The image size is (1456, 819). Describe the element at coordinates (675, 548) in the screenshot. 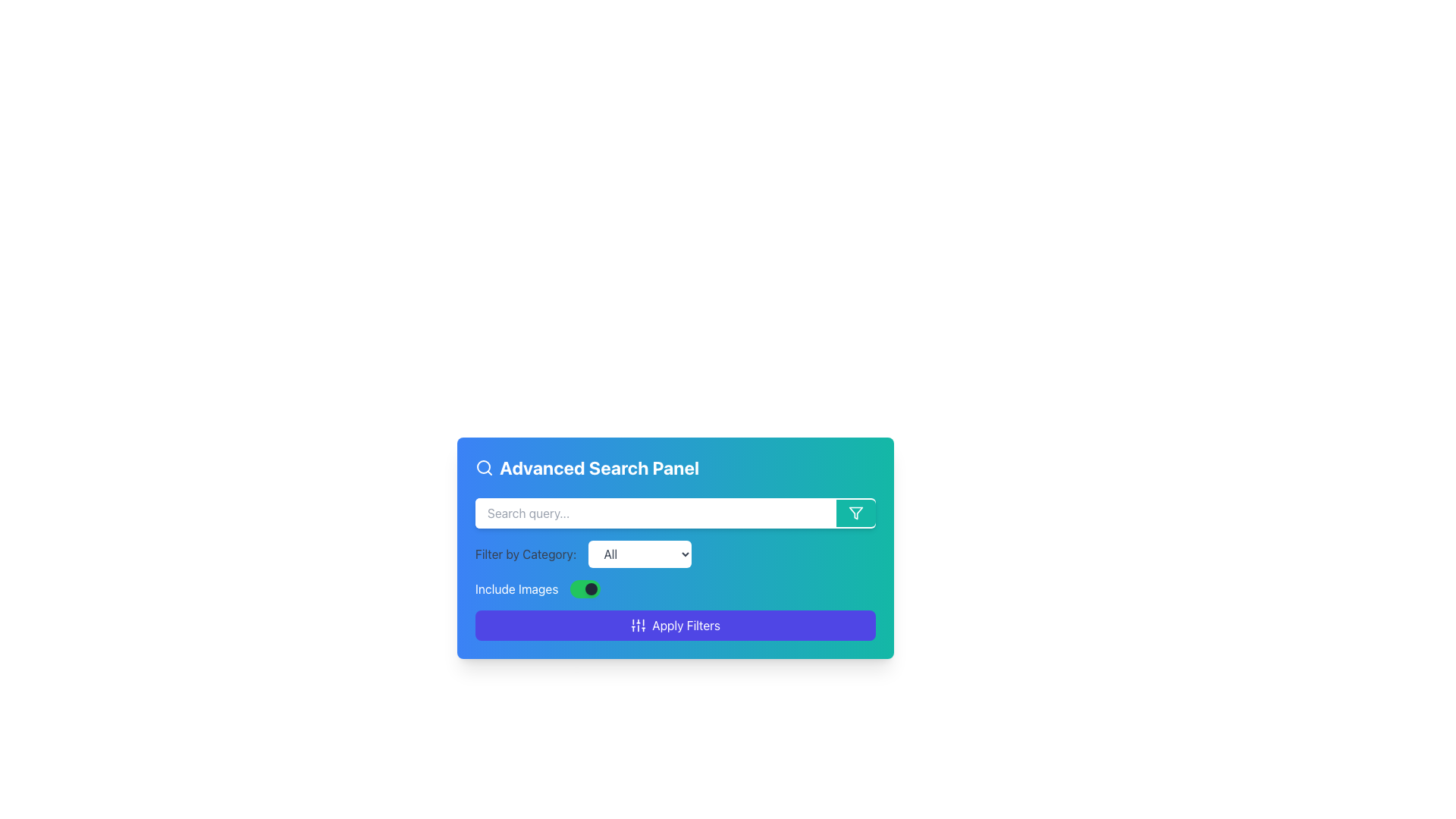

I see `the downward-facing arrow of the 'Filter by Category' dropdown menu` at that location.